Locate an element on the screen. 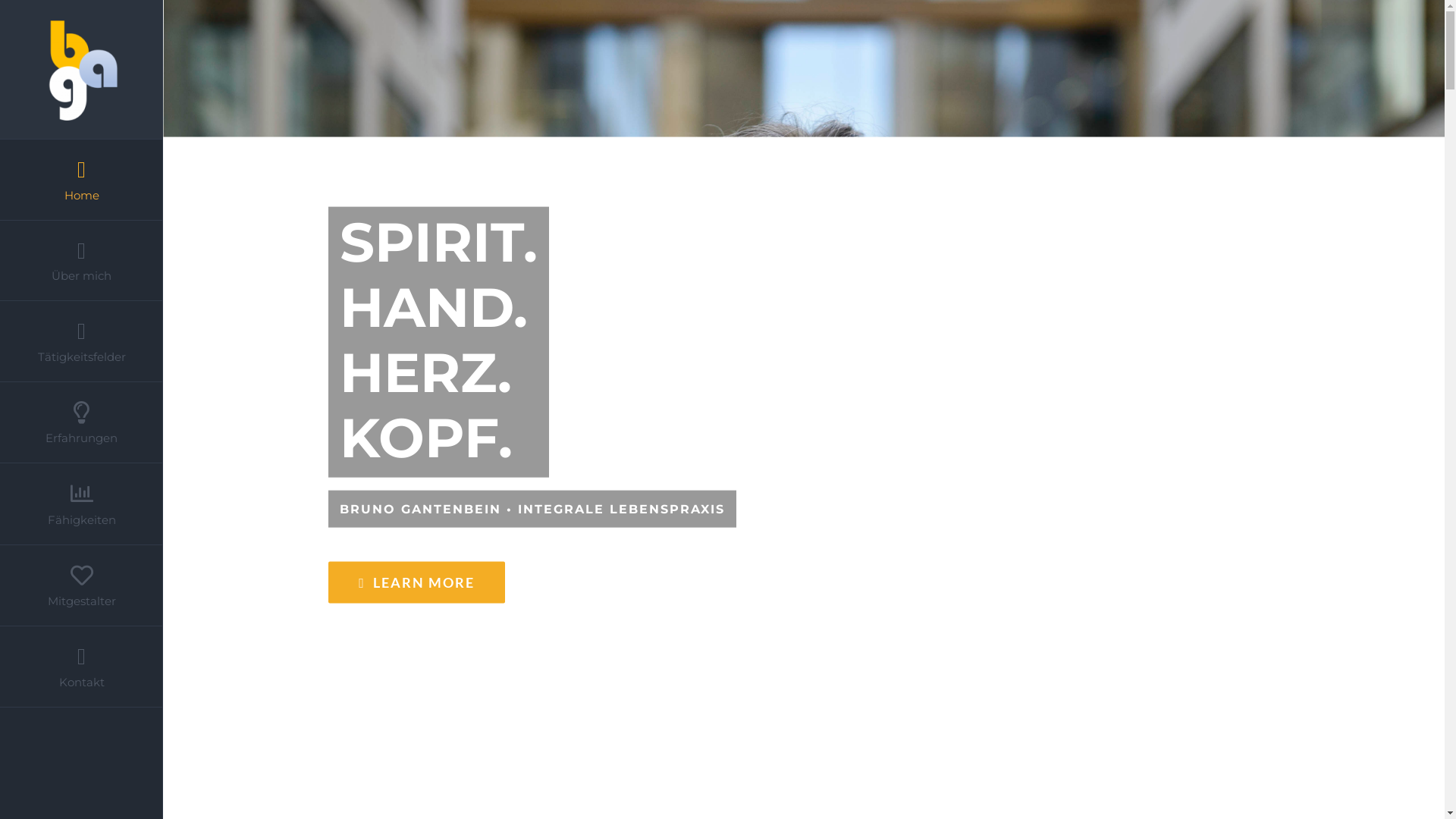 The height and width of the screenshot is (819, 1456). 'Erfahrungen' is located at coordinates (80, 423).